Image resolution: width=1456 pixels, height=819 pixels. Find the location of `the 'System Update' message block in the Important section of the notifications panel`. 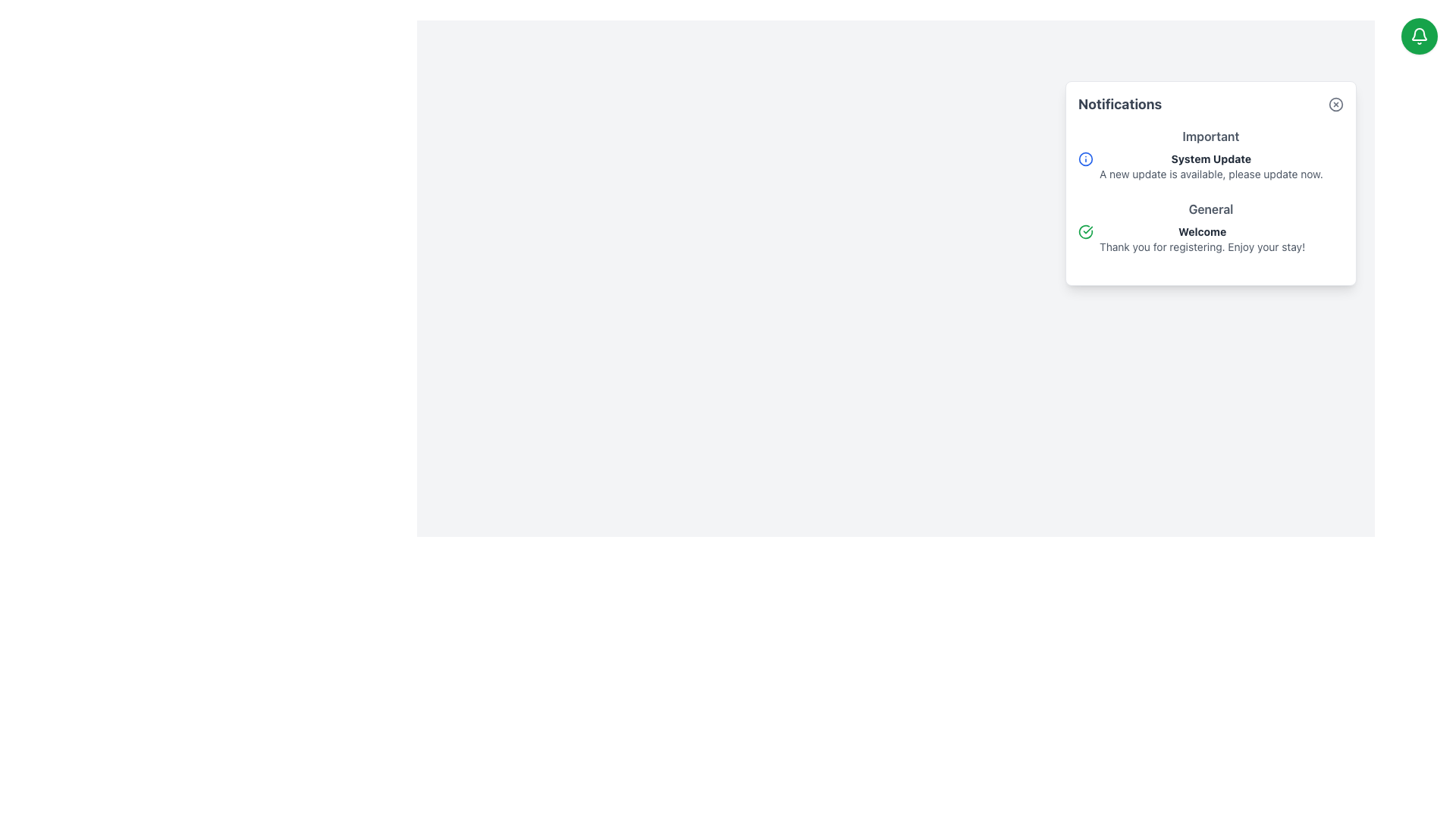

the 'System Update' message block in the Important section of the notifications panel is located at coordinates (1210, 166).